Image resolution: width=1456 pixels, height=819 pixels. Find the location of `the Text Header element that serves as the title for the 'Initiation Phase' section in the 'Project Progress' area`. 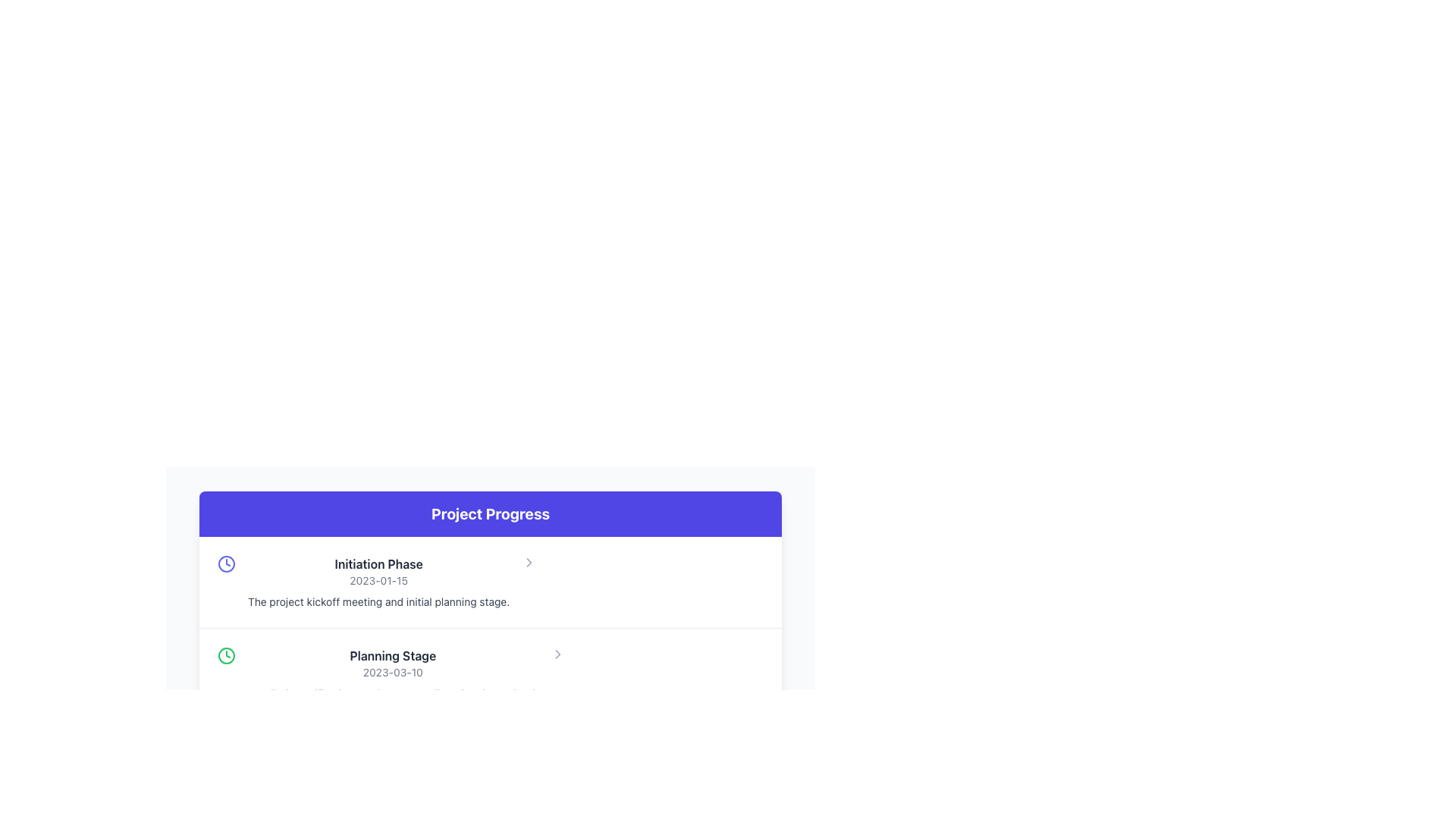

the Text Header element that serves as the title for the 'Initiation Phase' section in the 'Project Progress' area is located at coordinates (378, 564).